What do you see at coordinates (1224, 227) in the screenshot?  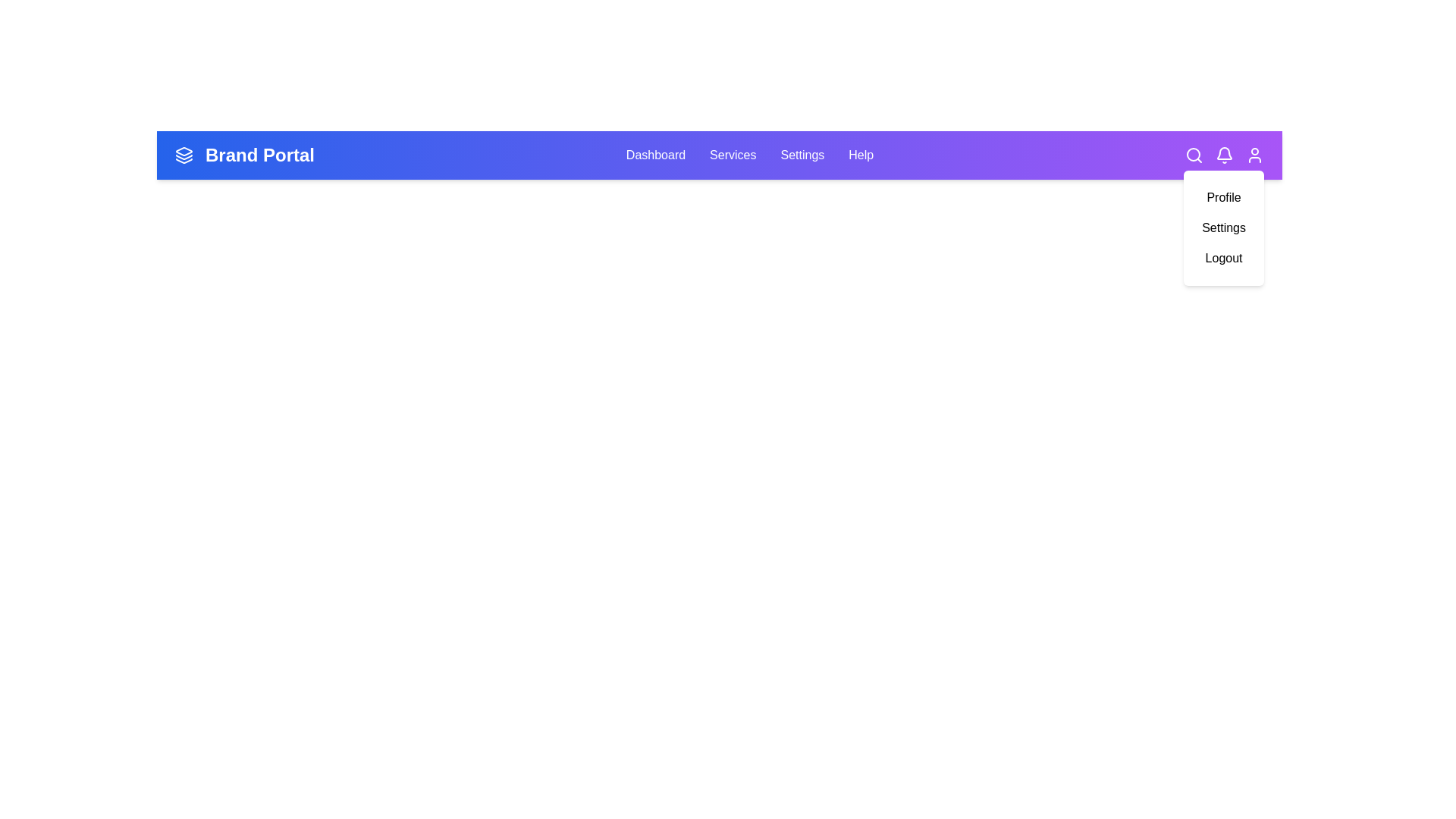 I see `to select the 'Settings' option in the dropdown menu located at the top-right corner of the interface` at bounding box center [1224, 227].